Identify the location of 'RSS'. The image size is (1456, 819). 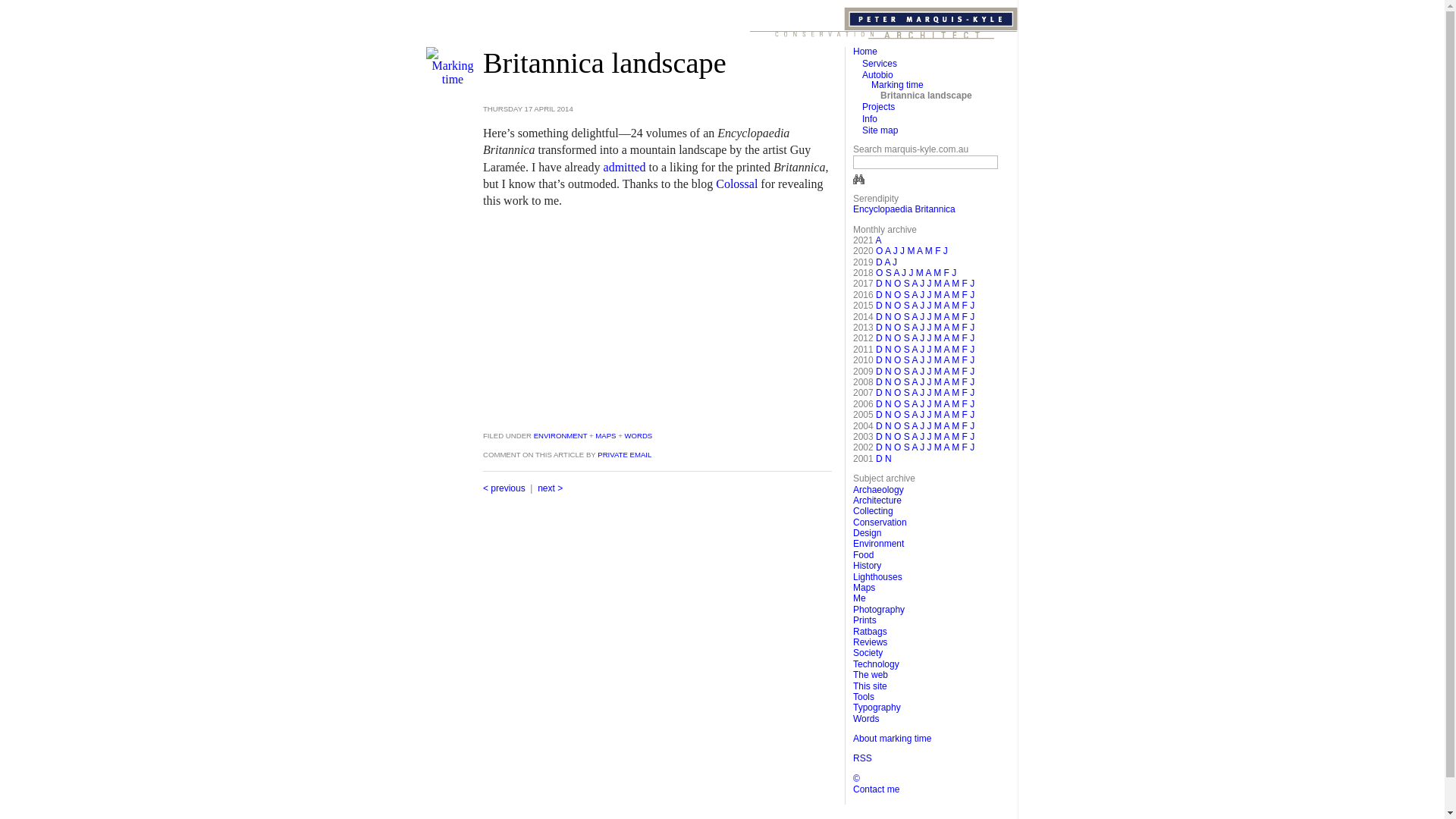
(852, 758).